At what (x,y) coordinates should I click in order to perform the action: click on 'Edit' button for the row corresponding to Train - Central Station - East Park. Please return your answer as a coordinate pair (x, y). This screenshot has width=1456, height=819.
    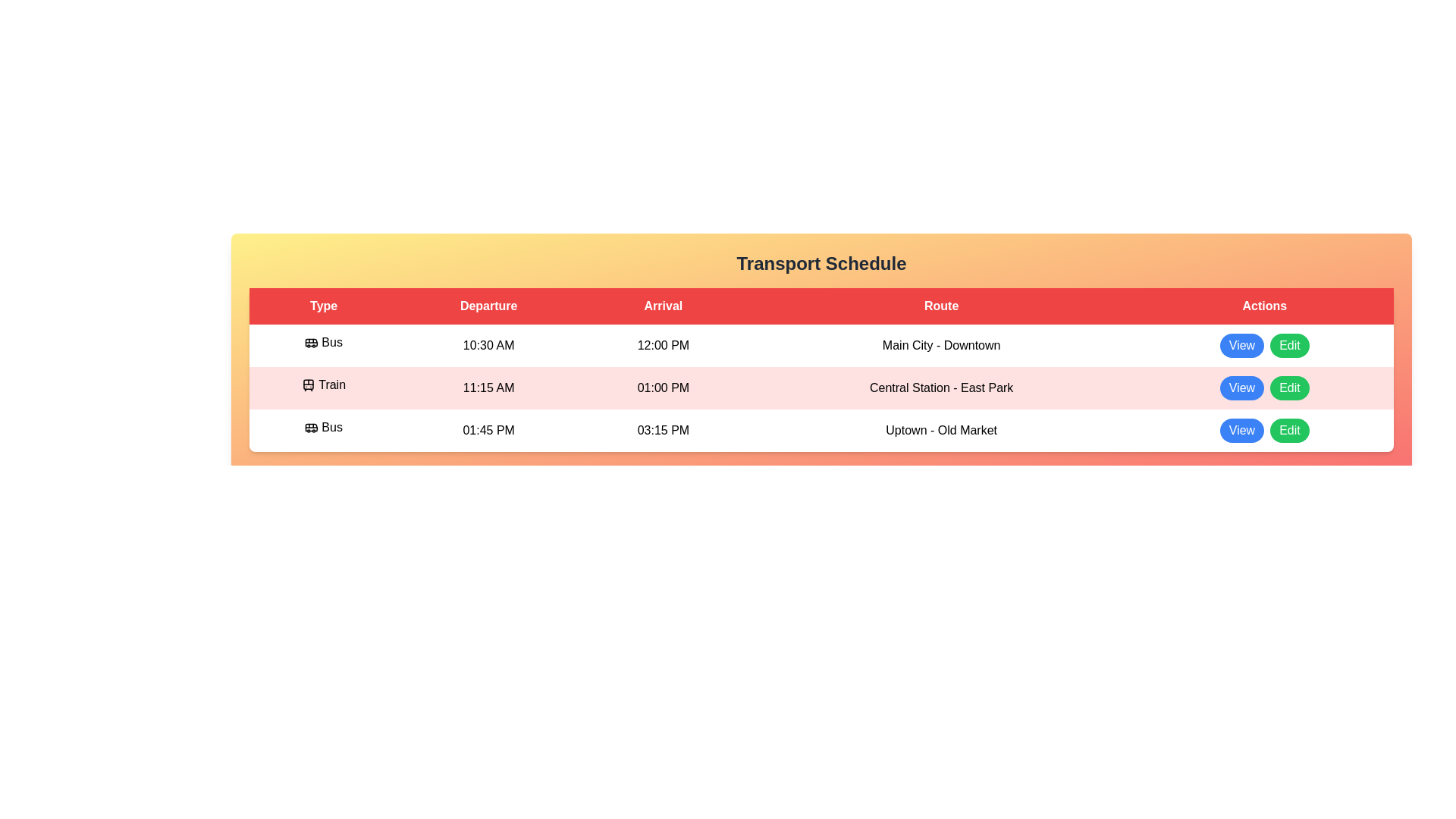
    Looking at the image, I should click on (1288, 388).